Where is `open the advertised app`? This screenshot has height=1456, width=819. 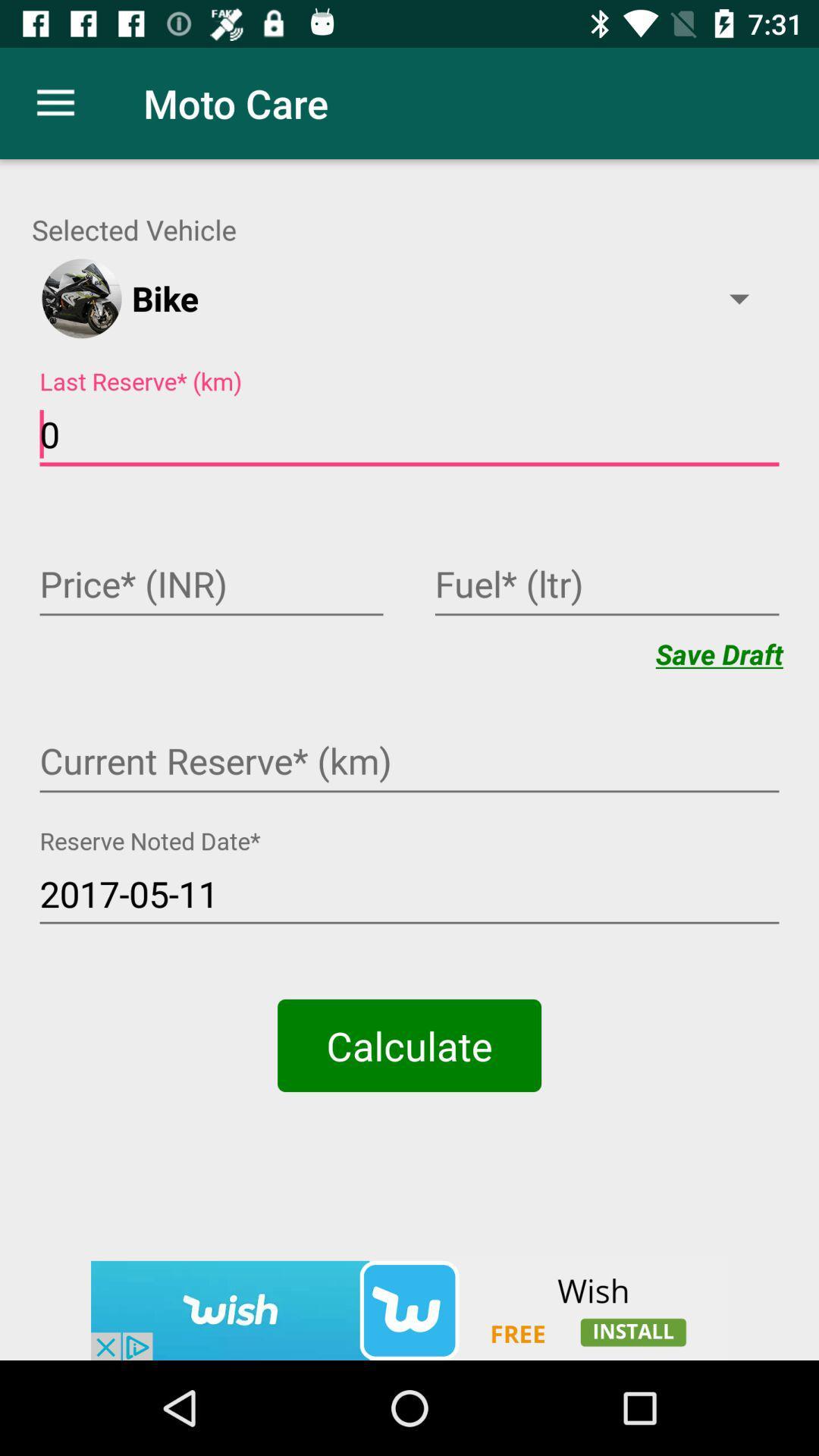 open the advertised app is located at coordinates (409, 1310).